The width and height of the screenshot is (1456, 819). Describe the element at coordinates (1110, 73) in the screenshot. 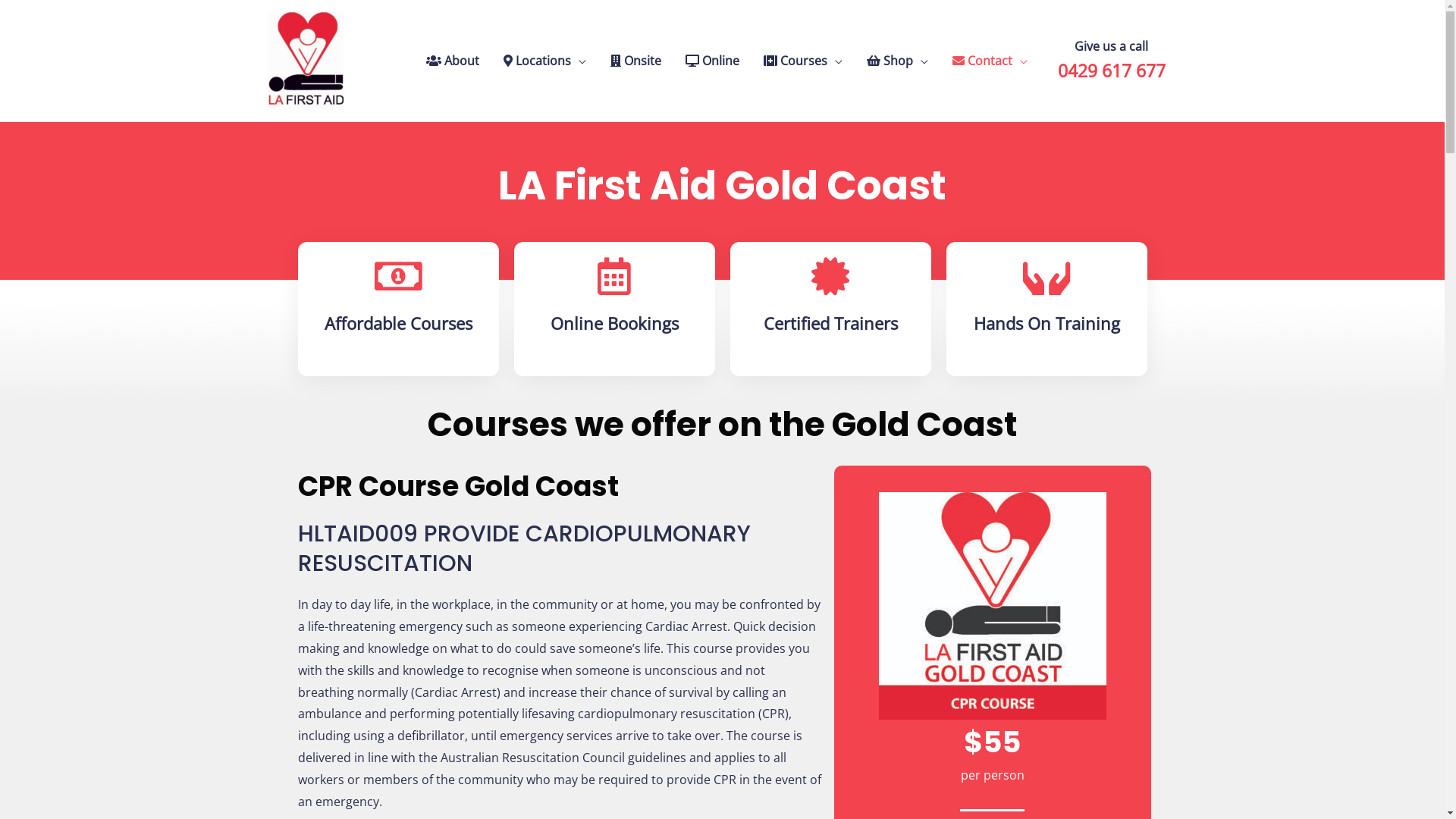

I see `'0429 617 677'` at that location.